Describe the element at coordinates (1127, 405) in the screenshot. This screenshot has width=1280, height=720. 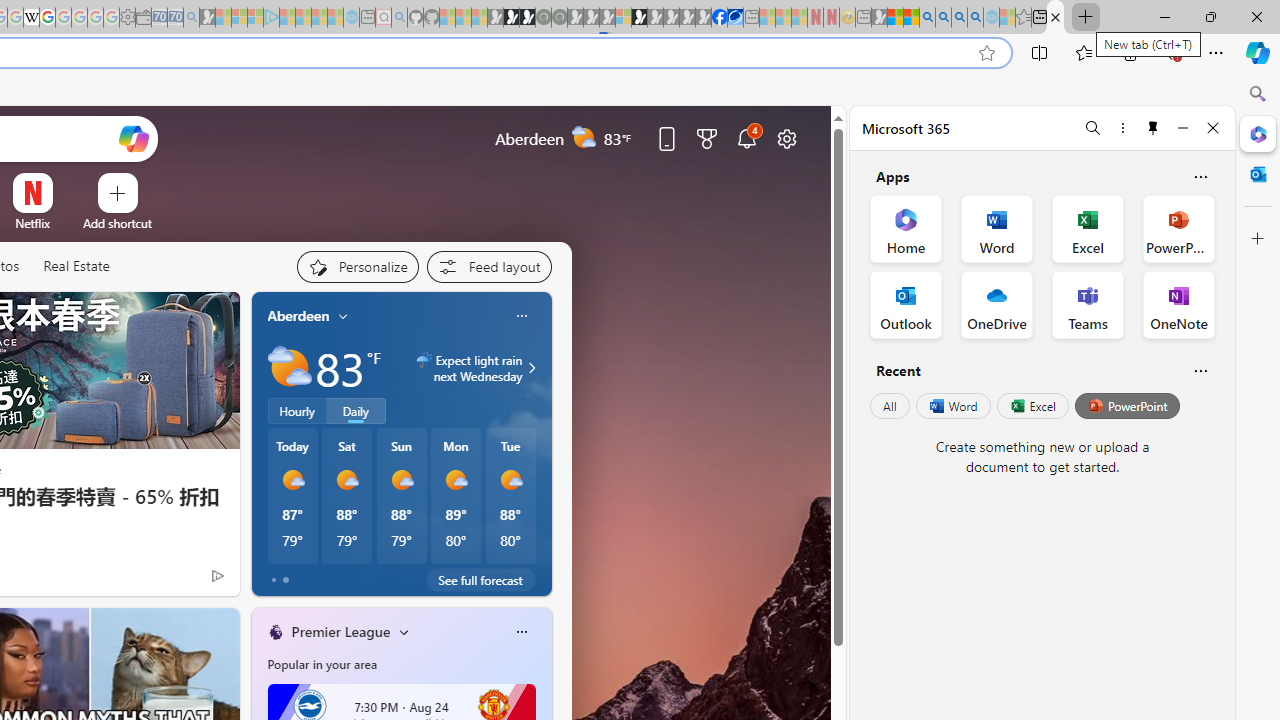
I see `'PowerPoint'` at that location.